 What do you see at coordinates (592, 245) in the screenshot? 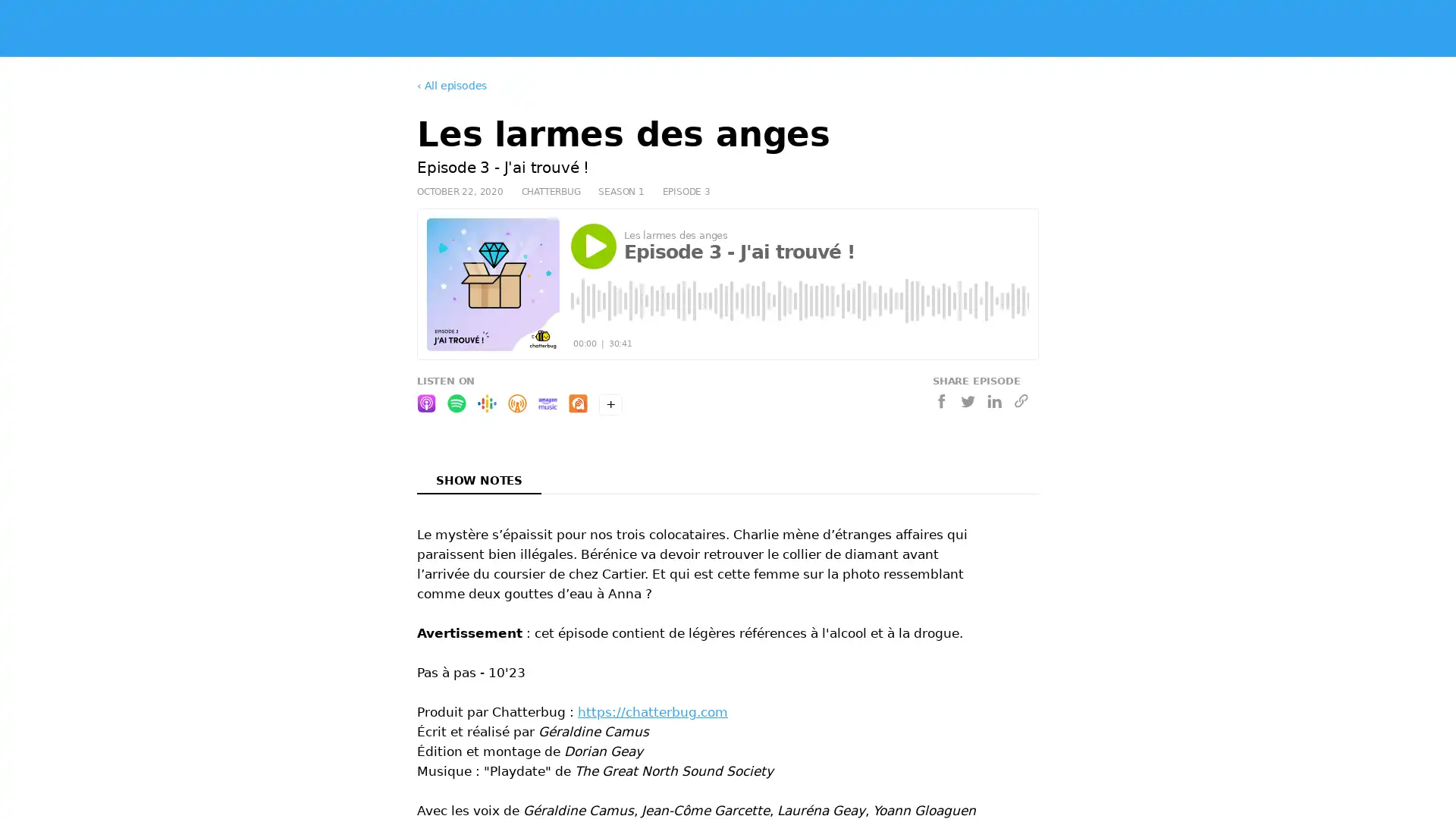
I see `Play` at bounding box center [592, 245].